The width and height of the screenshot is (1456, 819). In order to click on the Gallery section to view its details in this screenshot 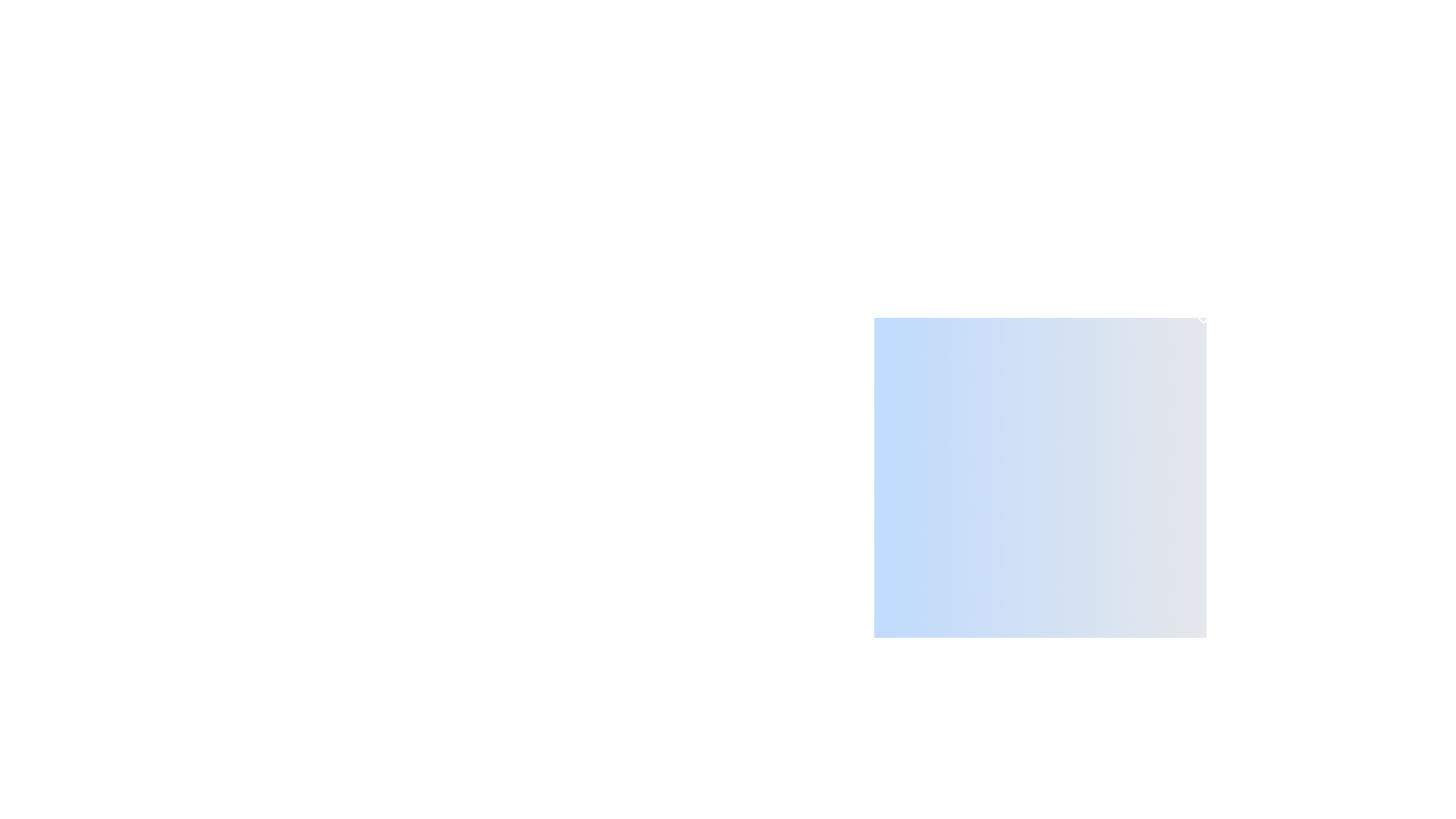, I will do `click(1040, 792)`.